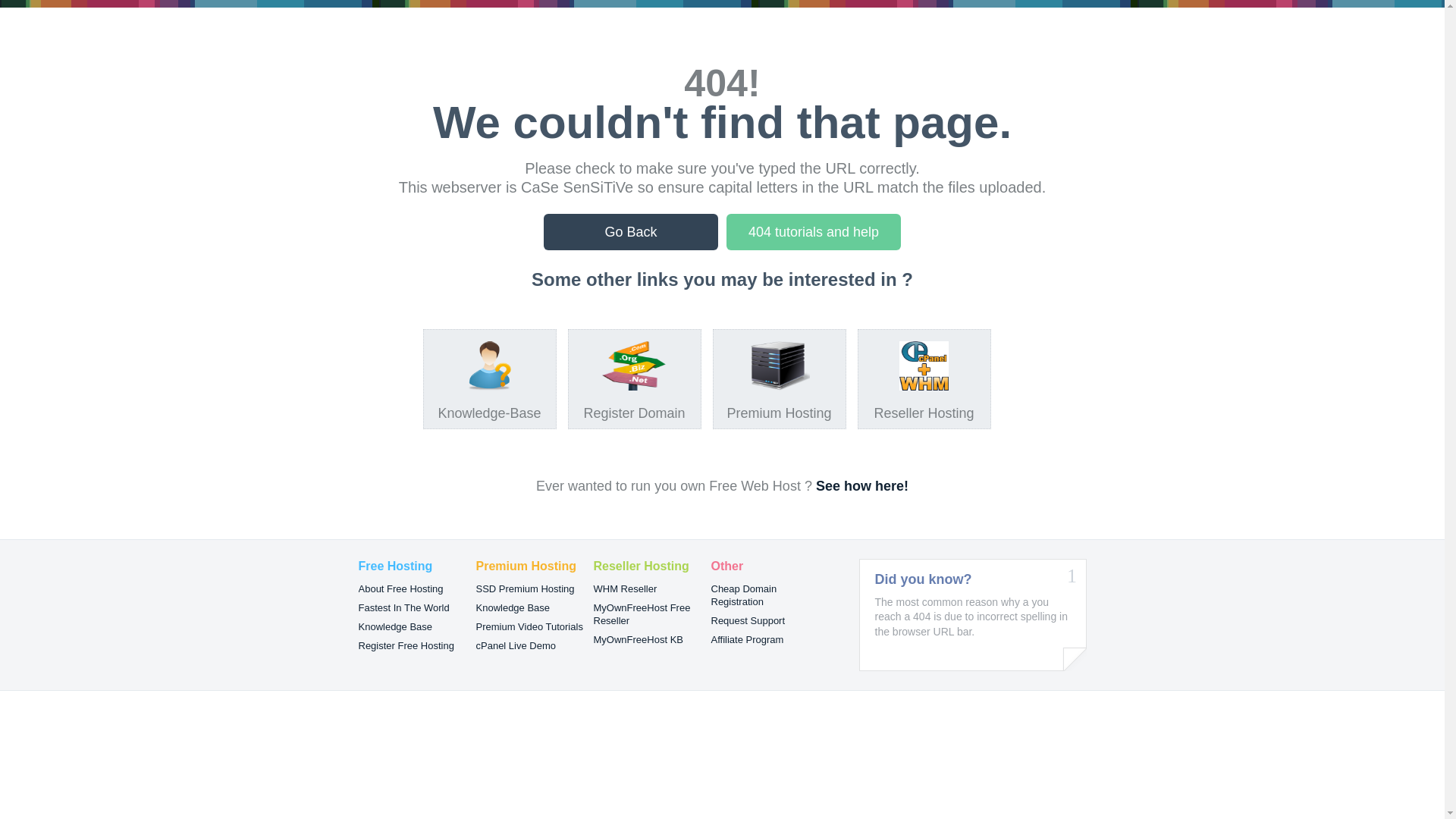 The height and width of the screenshot is (819, 1456). I want to click on 'Register Free Hosting', so click(356, 645).